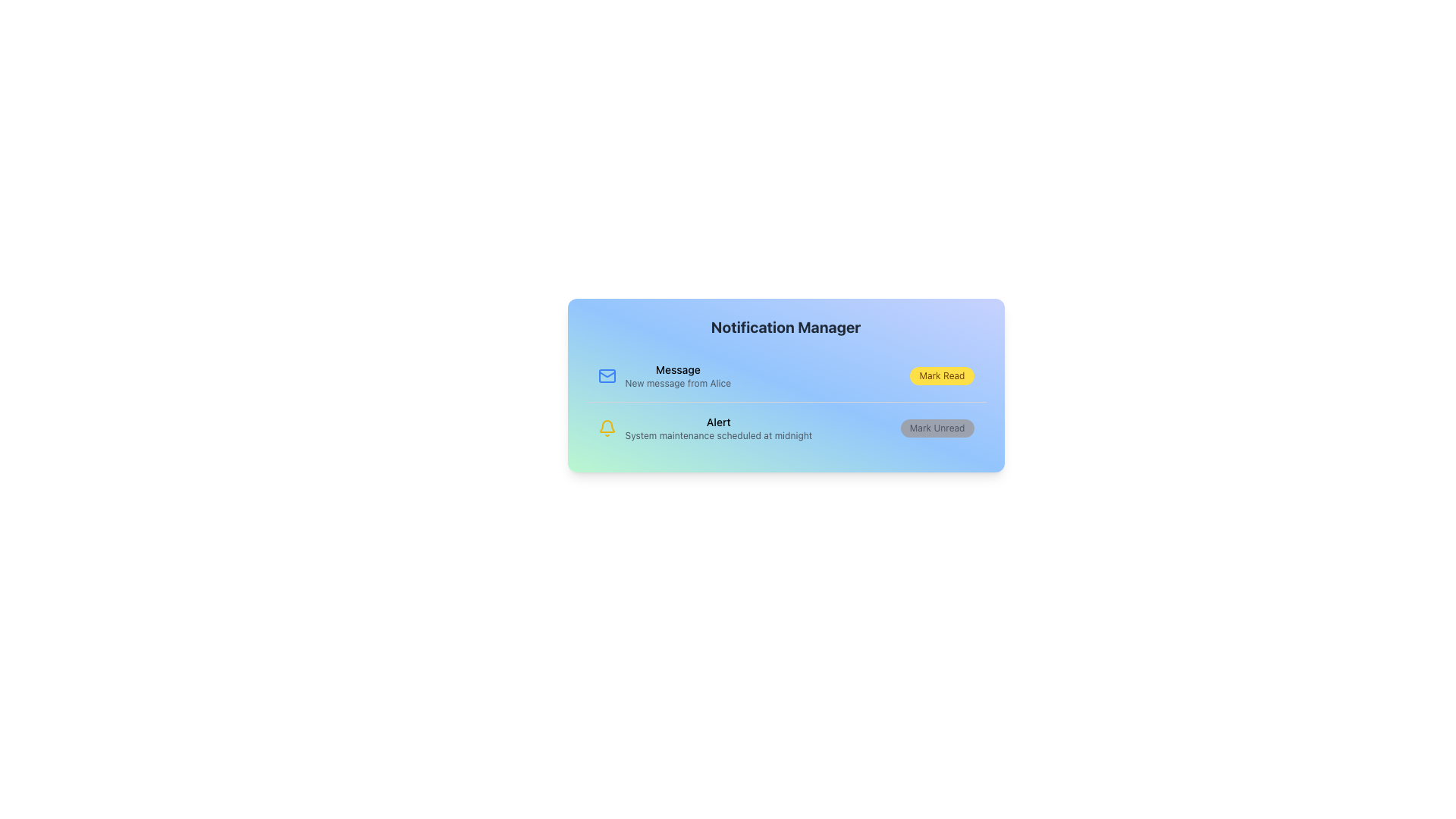  Describe the element at coordinates (937, 428) in the screenshot. I see `the 'Mark Unread' button located on the far-right of the notification bar under the 'Alert' section to mark the notification as unread` at that location.